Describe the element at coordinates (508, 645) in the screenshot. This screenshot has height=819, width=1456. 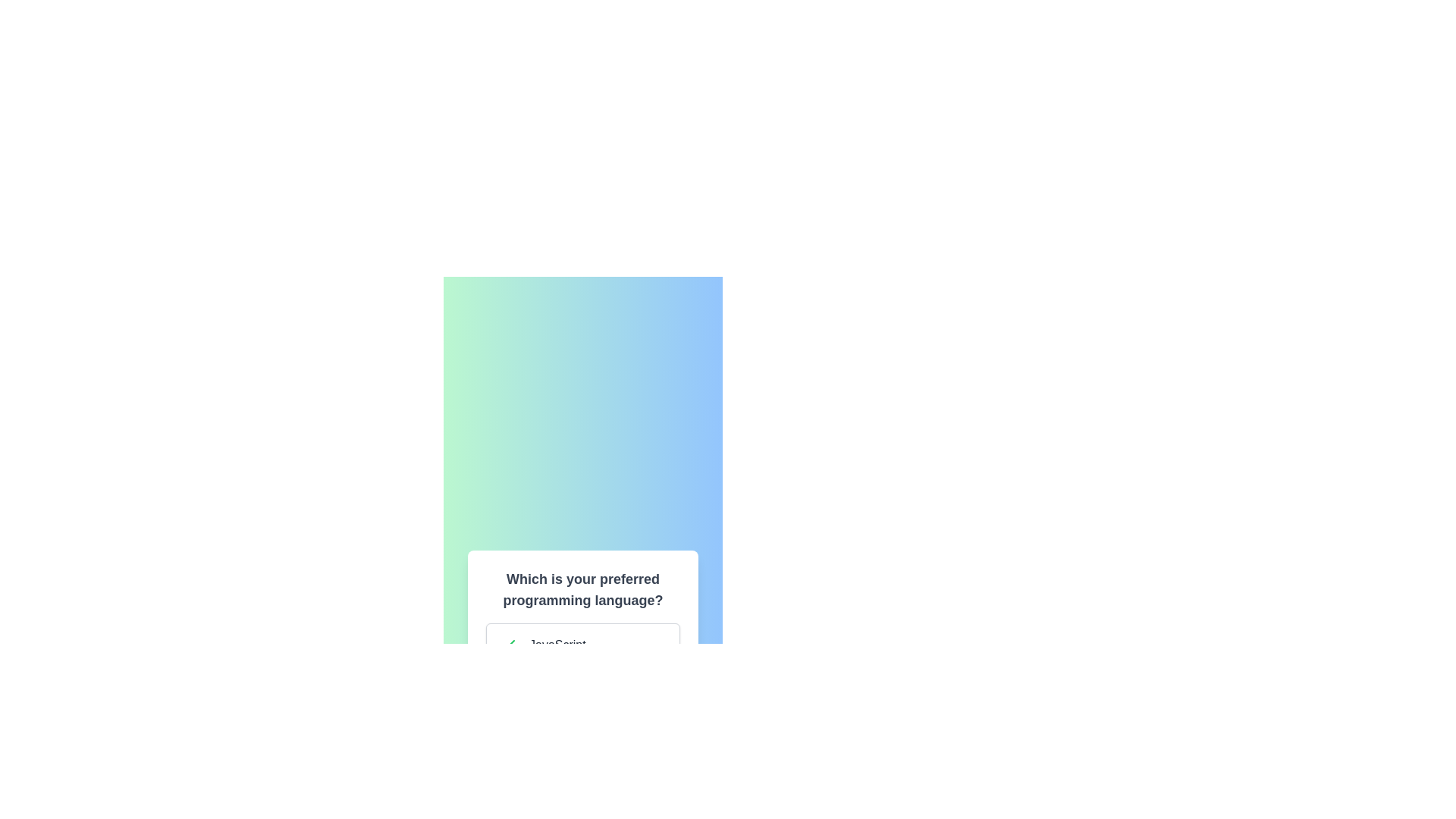
I see `the visual status of the Checkmark icon indicating the selection of 'JavaScript' as the programming language` at that location.